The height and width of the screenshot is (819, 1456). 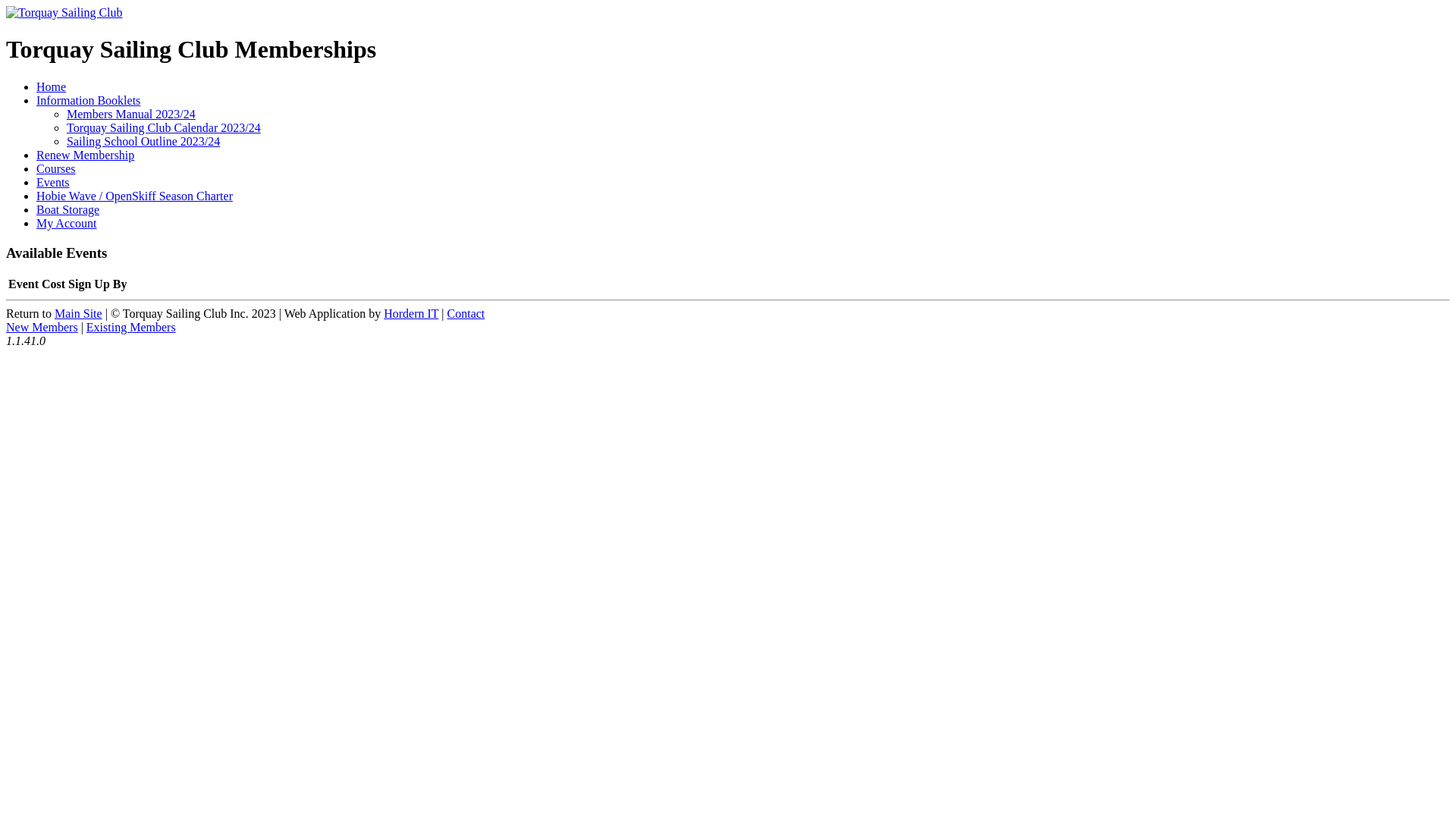 What do you see at coordinates (67, 209) in the screenshot?
I see `'Boat Storage'` at bounding box center [67, 209].